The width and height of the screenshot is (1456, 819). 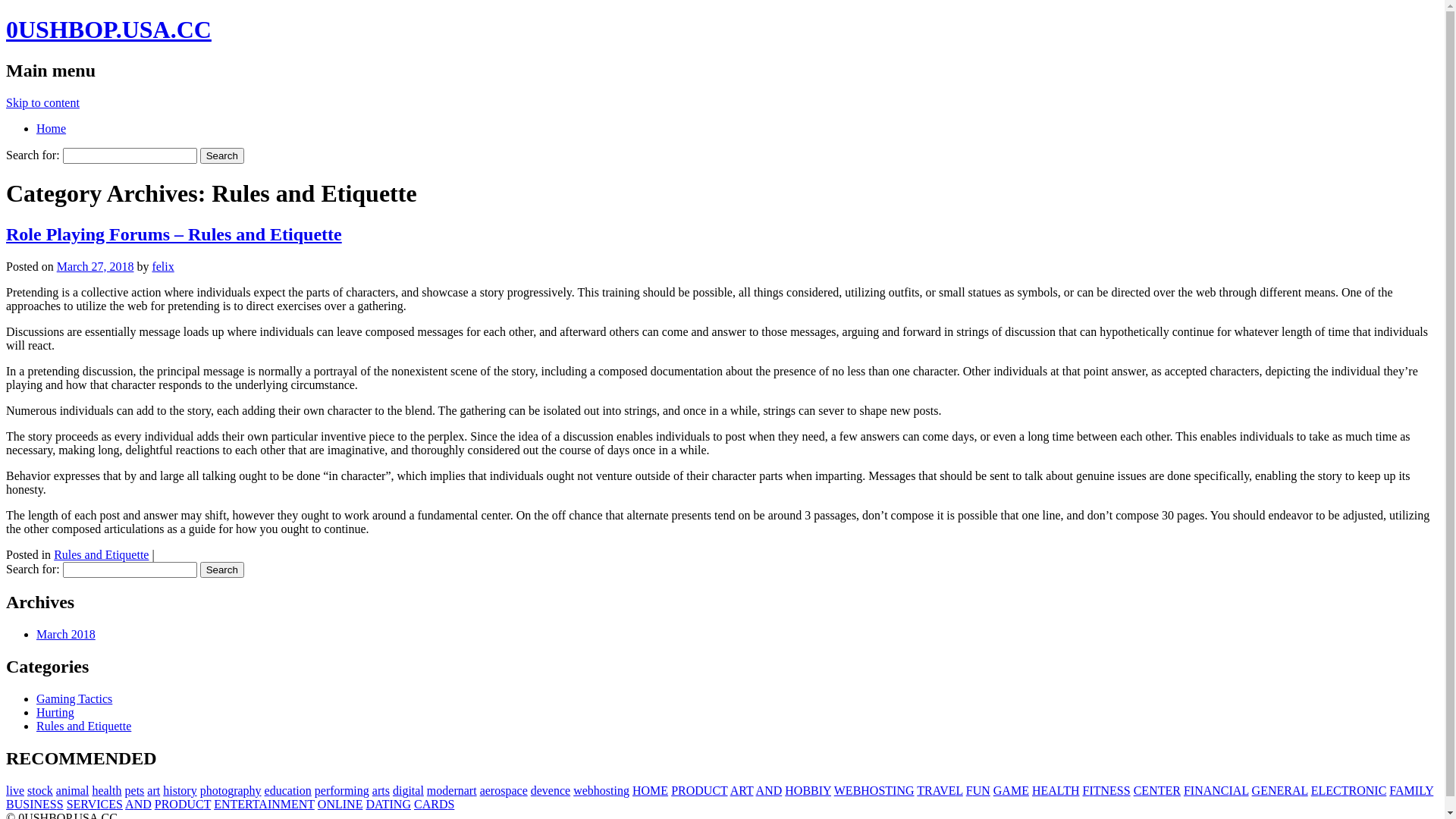 What do you see at coordinates (26, 803) in the screenshot?
I see `'S'` at bounding box center [26, 803].